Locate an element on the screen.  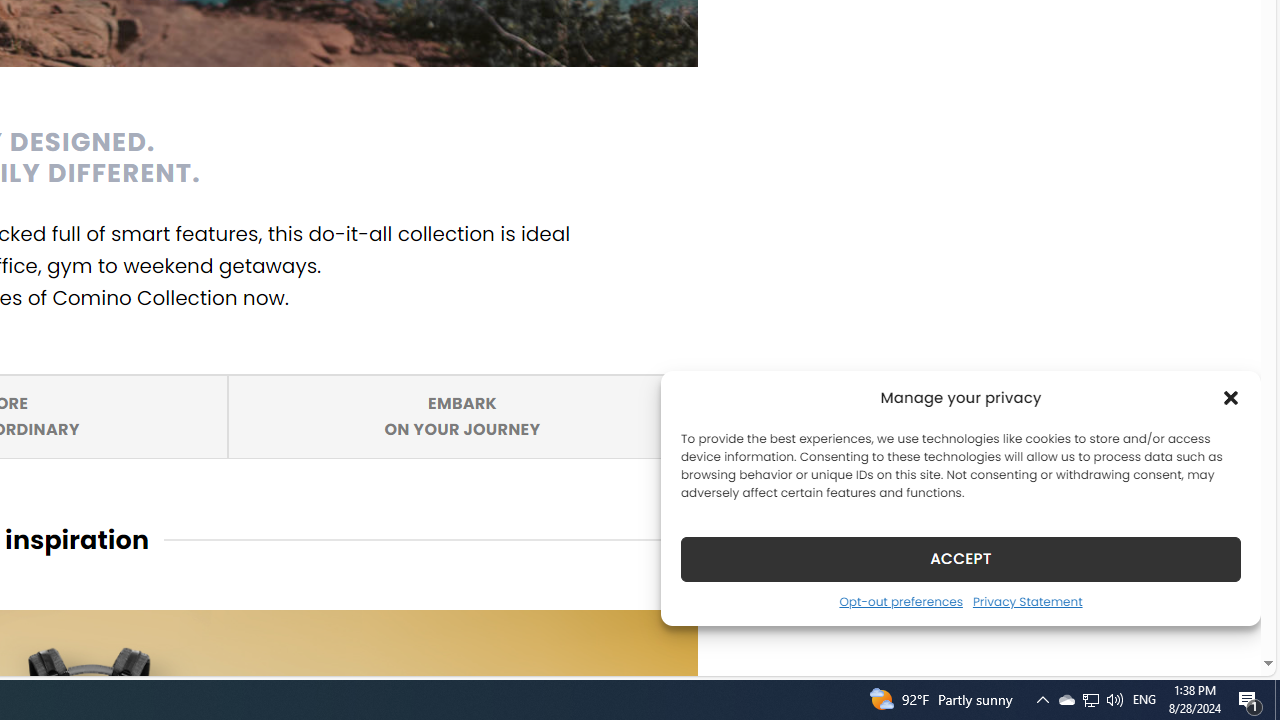
'Opt-out preferences' is located at coordinates (899, 600).